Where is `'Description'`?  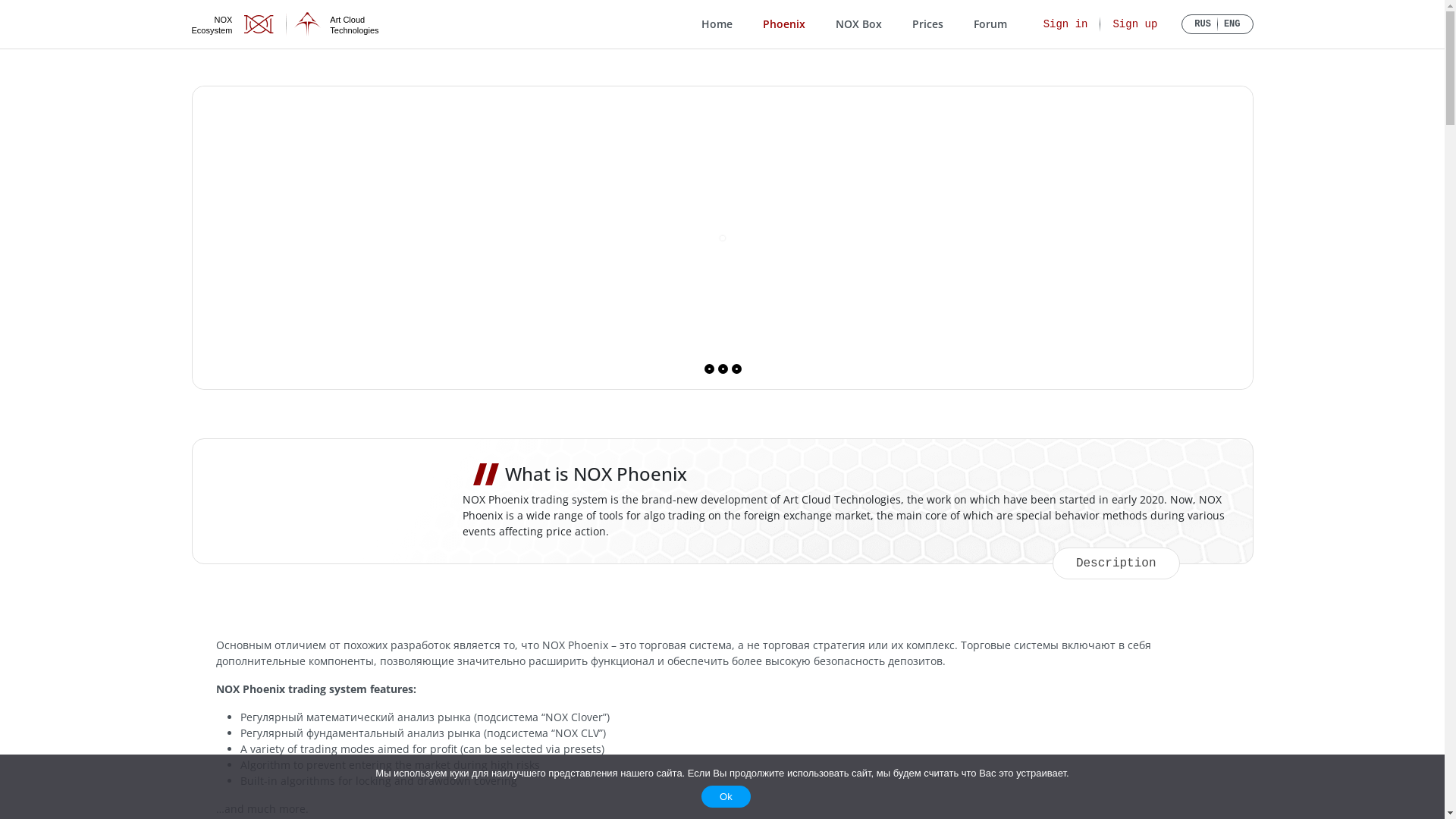
'Description' is located at coordinates (1116, 563).